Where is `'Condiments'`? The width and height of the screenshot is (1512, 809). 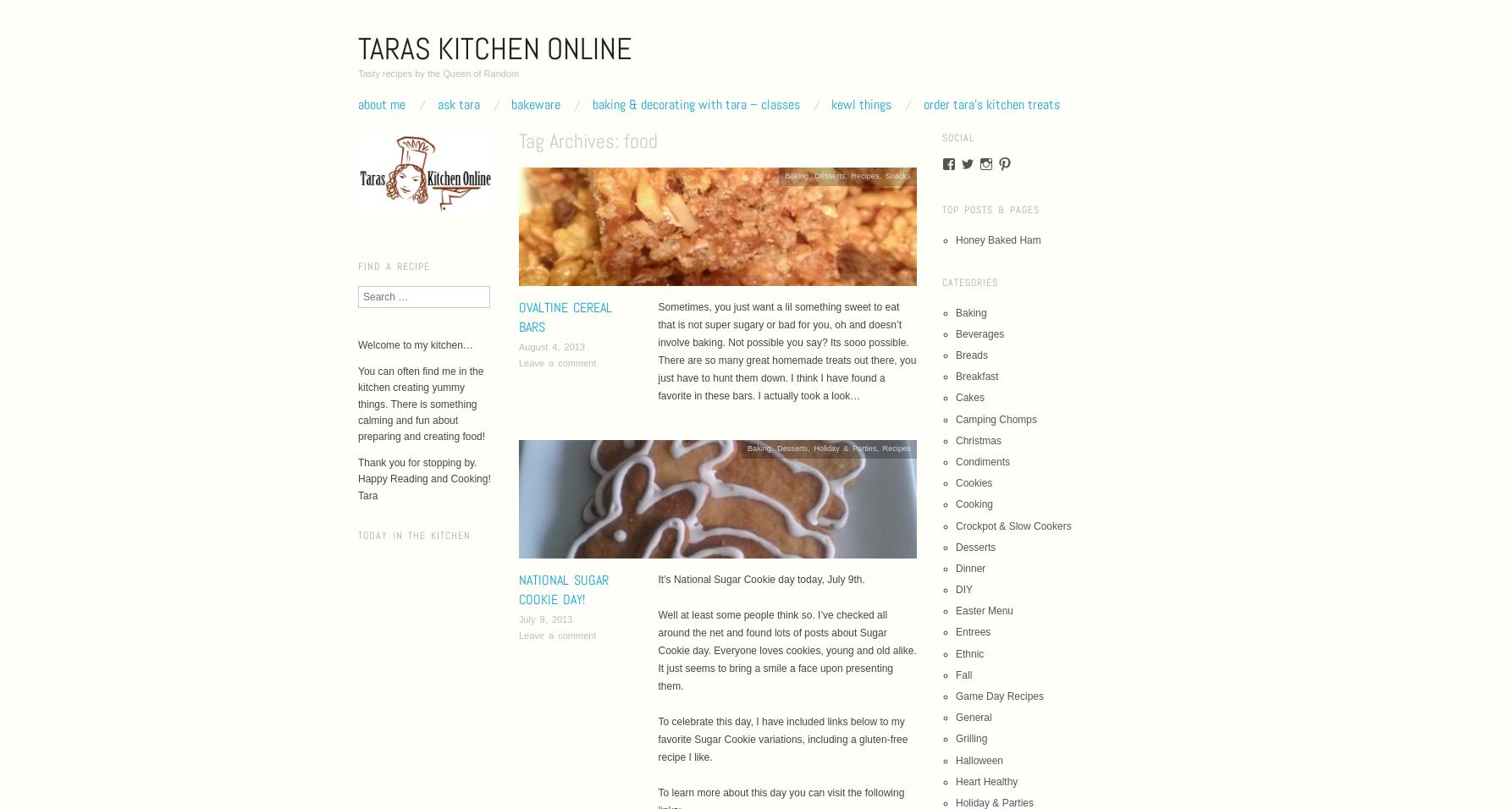 'Condiments' is located at coordinates (982, 460).